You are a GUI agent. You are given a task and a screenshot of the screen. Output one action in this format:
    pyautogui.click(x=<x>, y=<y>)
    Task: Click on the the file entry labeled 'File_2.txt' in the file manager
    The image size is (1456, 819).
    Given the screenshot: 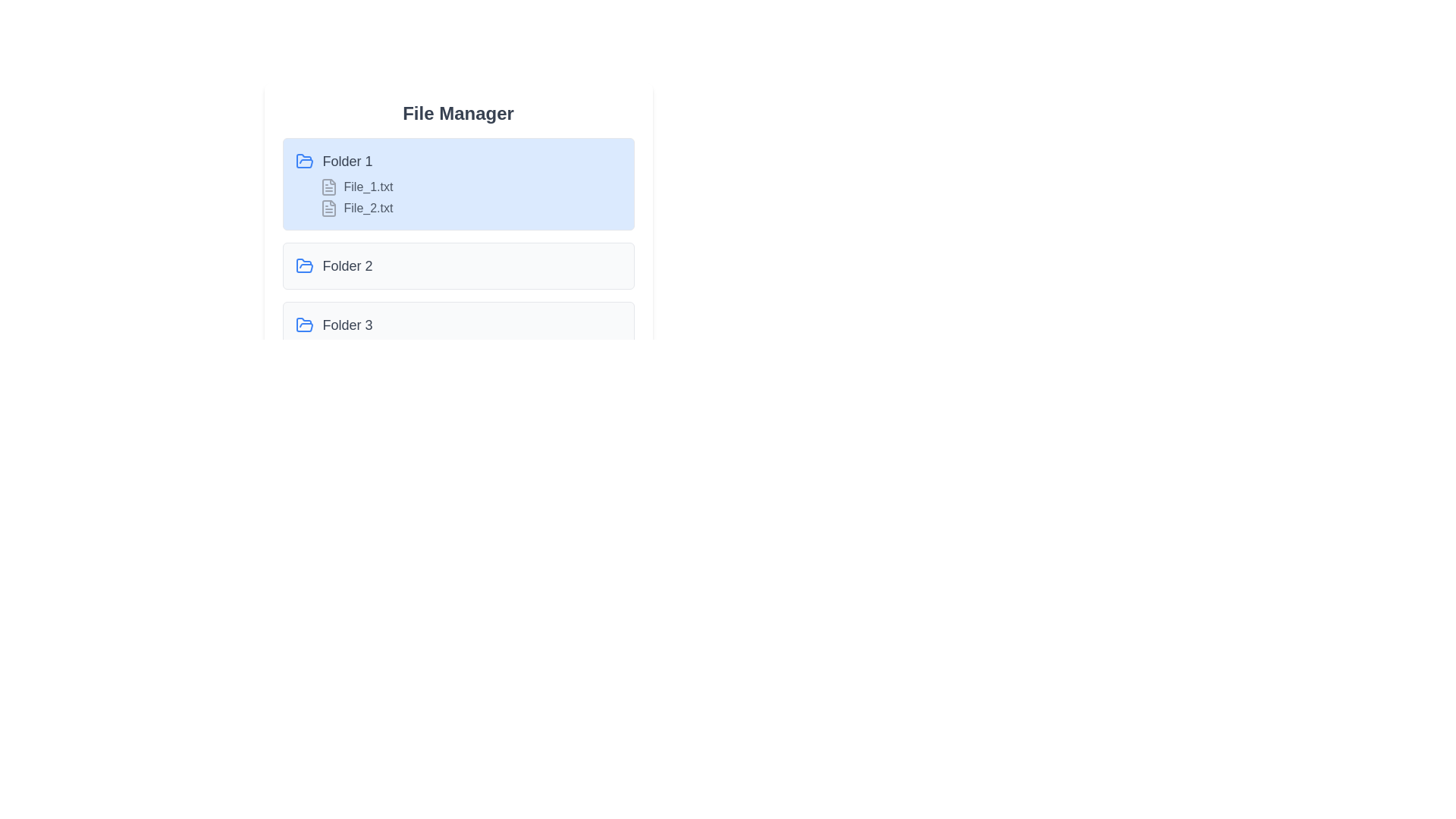 What is the action you would take?
    pyautogui.click(x=469, y=208)
    